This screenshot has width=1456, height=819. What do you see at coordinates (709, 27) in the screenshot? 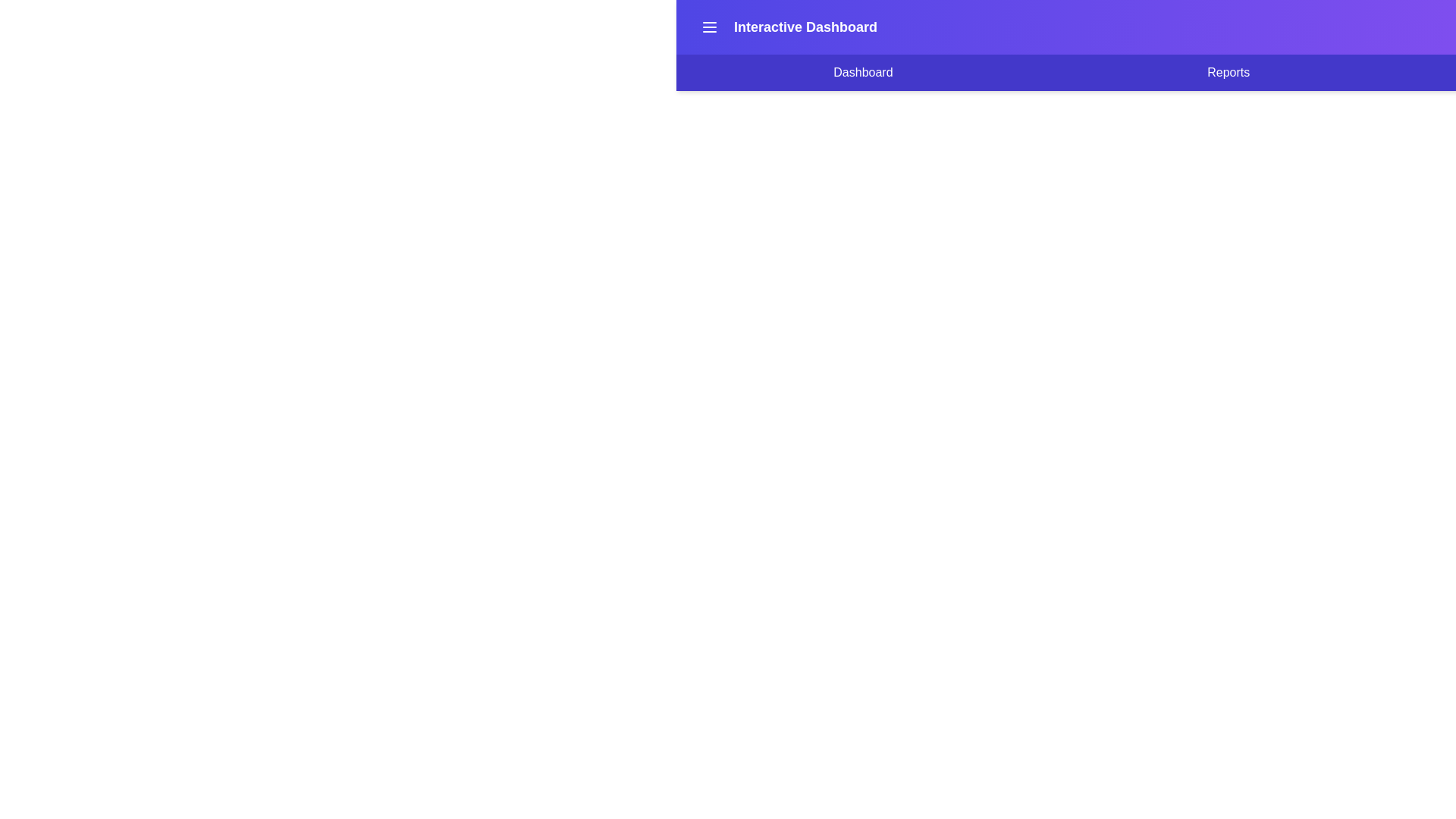
I see `the rectangular button with a purple background and three horizontal lines, located at the top-left within the header bar` at bounding box center [709, 27].